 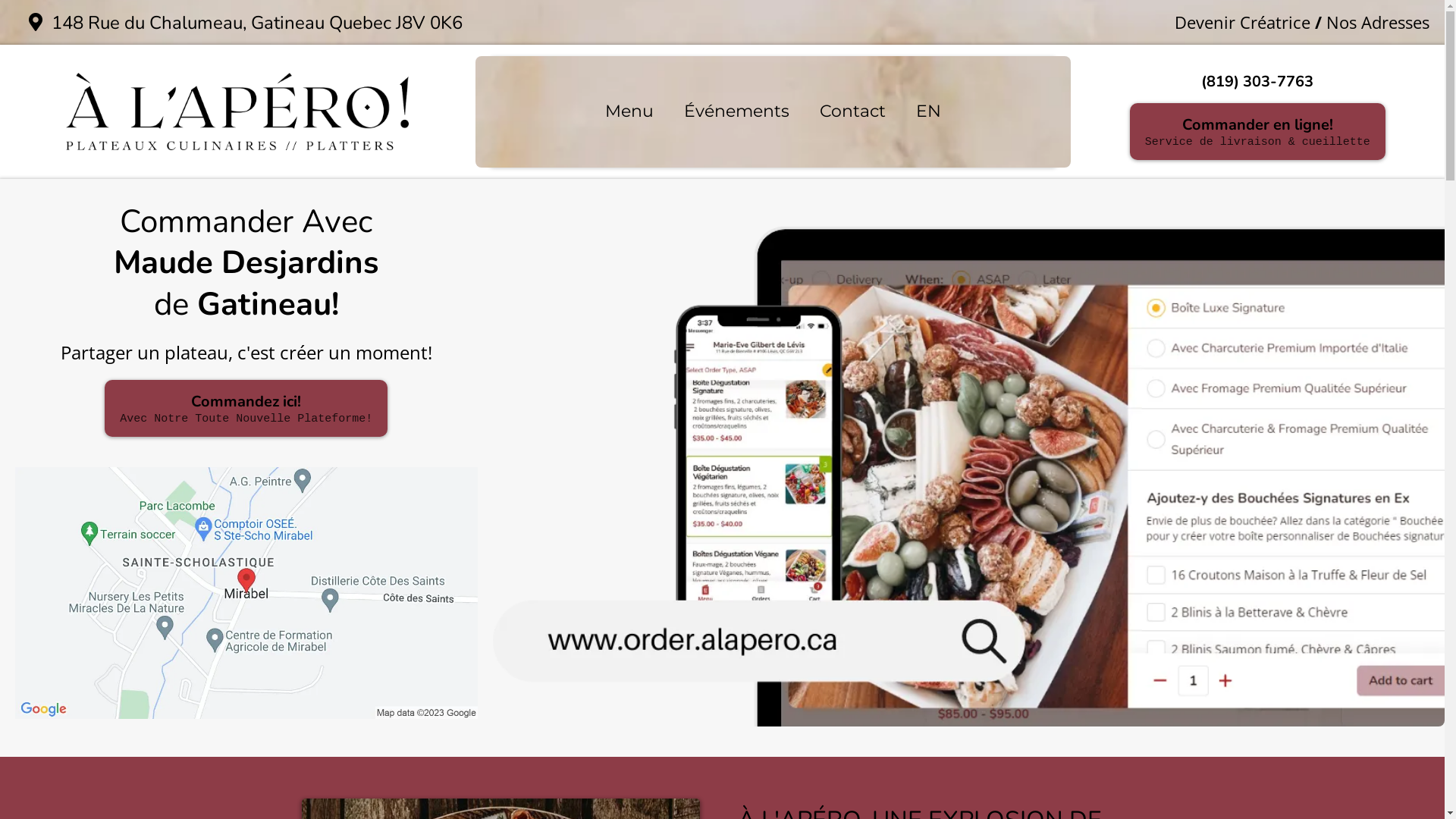 What do you see at coordinates (1378, 22) in the screenshot?
I see `'Nos Adresses'` at bounding box center [1378, 22].